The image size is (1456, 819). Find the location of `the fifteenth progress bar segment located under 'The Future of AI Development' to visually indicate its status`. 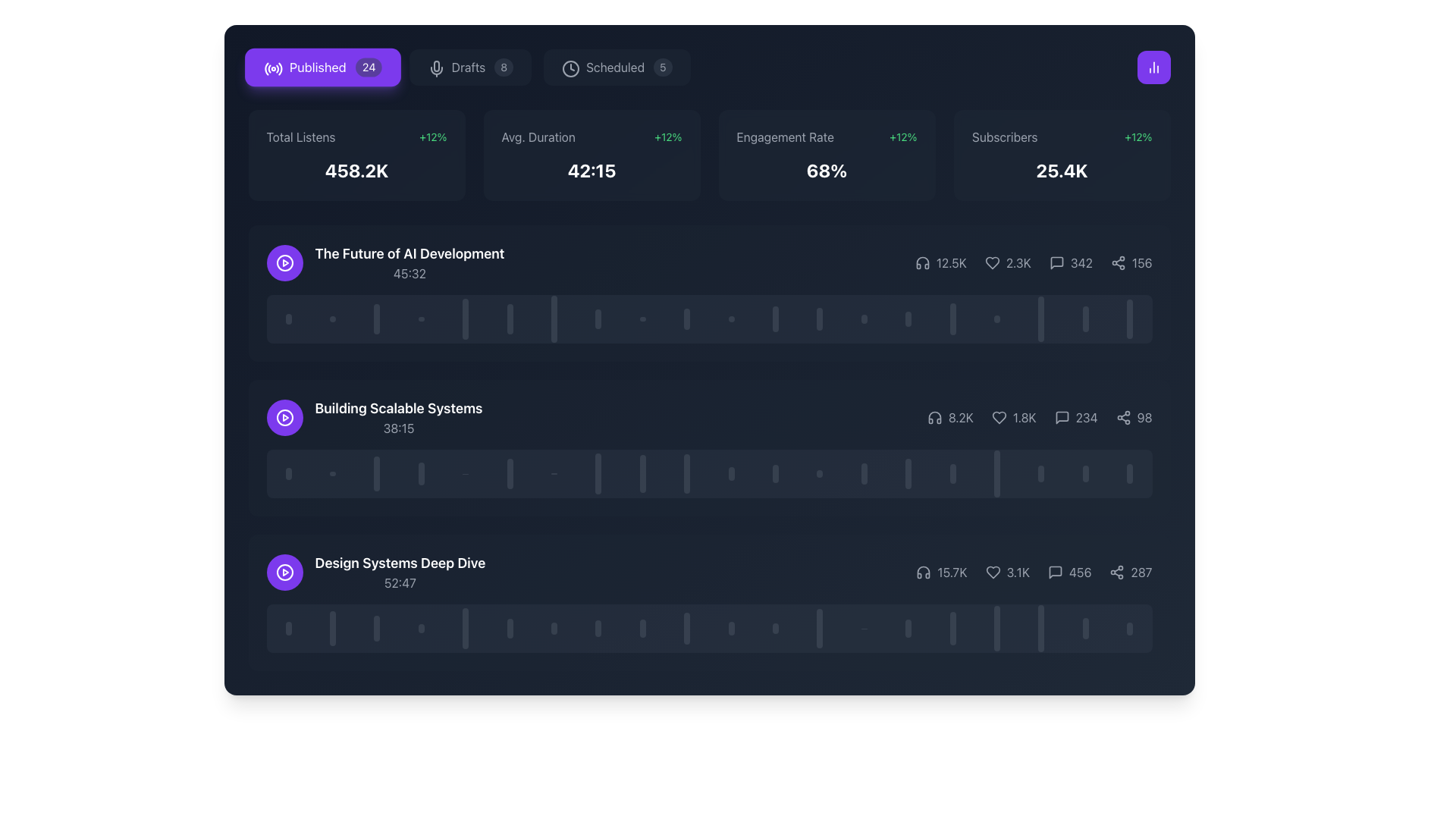

the fifteenth progress bar segment located under 'The Future of AI Development' to visually indicate its status is located at coordinates (908, 318).